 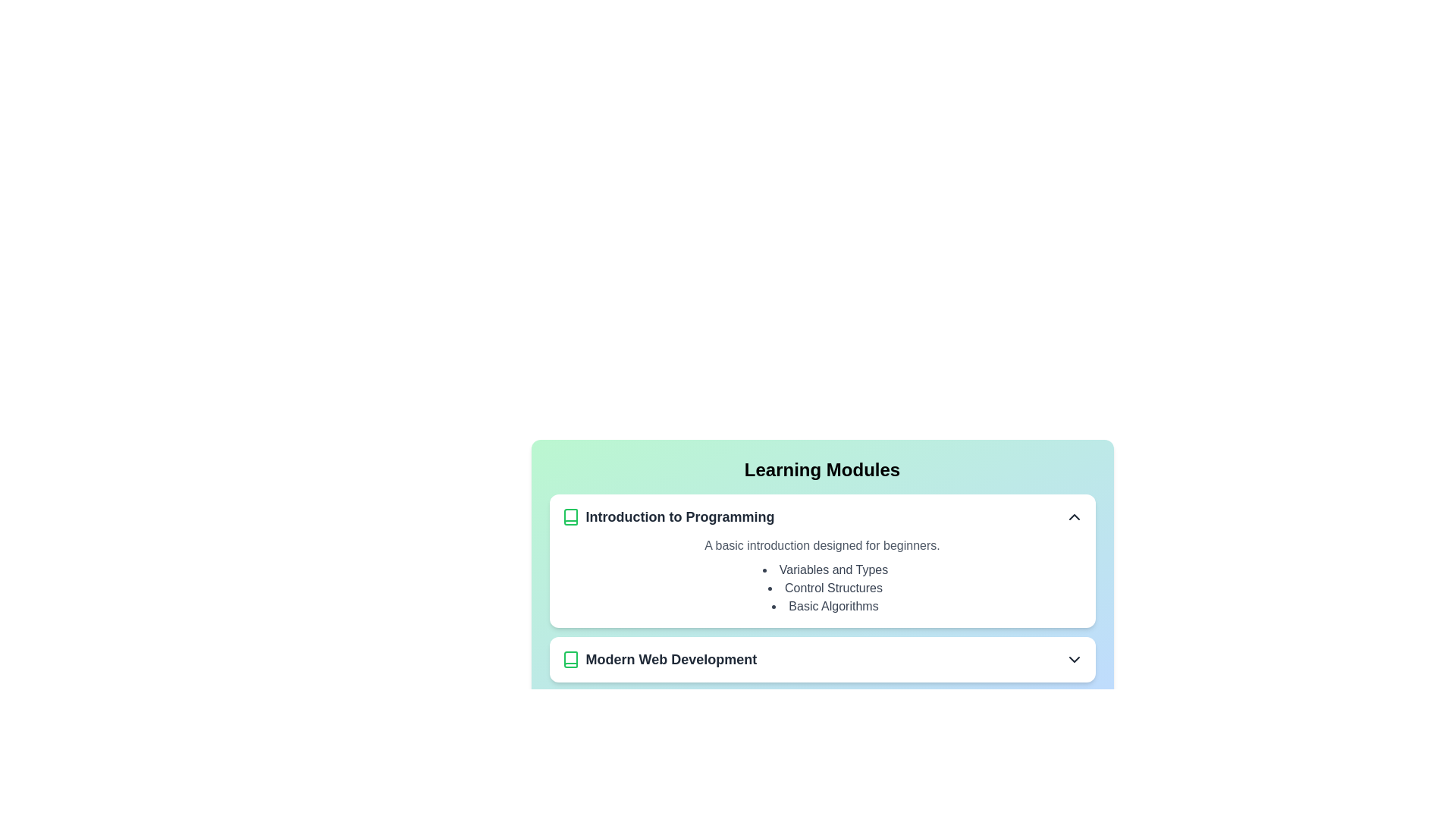 I want to click on the text labeled 'Basic Algorithms', which is the third bullet point in the 'Introduction to Programming' module's list of learning modules, so click(x=821, y=605).